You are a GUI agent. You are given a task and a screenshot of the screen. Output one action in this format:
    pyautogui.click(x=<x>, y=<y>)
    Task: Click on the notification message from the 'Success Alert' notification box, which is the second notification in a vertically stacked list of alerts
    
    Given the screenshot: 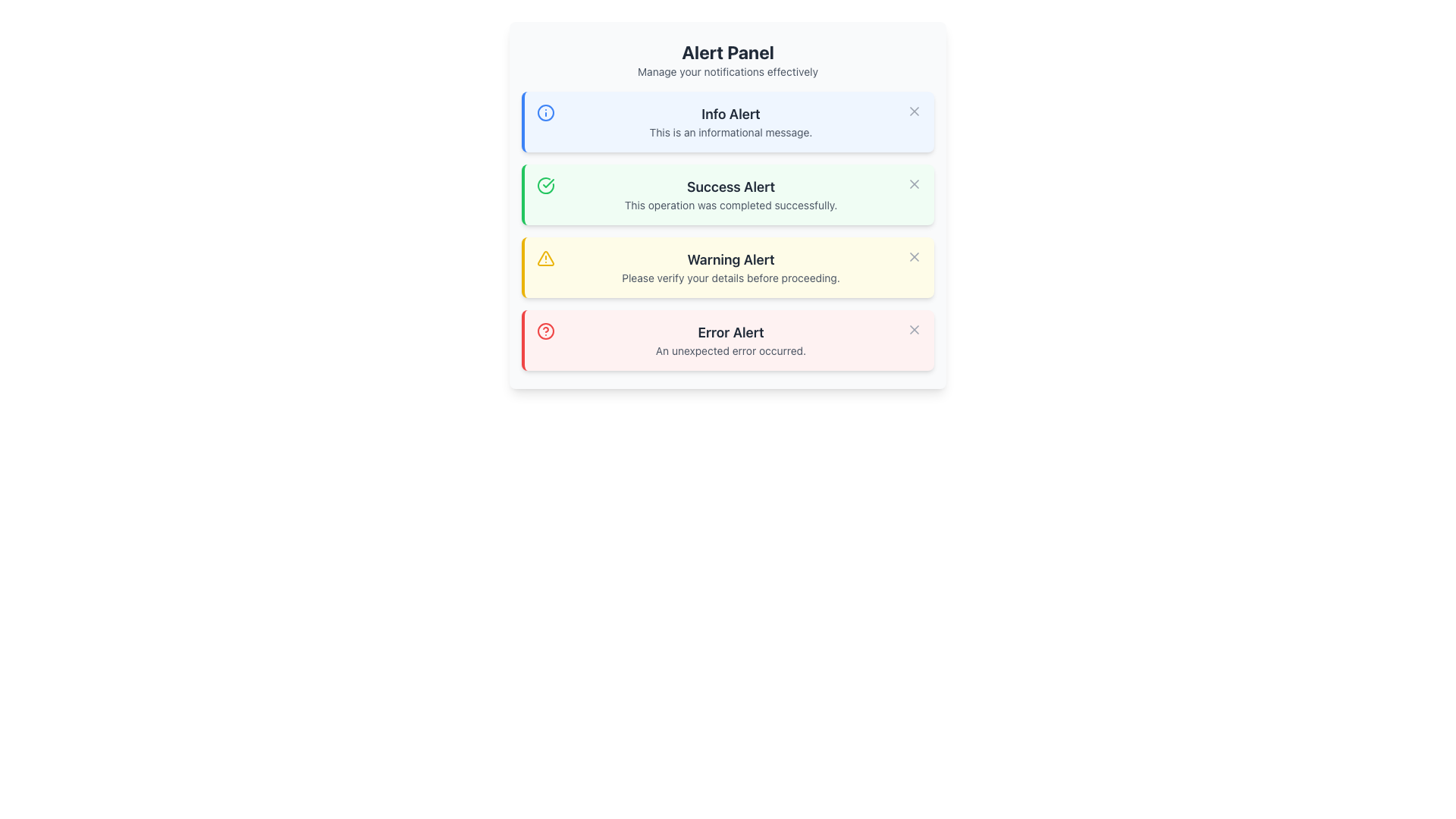 What is the action you would take?
    pyautogui.click(x=728, y=194)
    